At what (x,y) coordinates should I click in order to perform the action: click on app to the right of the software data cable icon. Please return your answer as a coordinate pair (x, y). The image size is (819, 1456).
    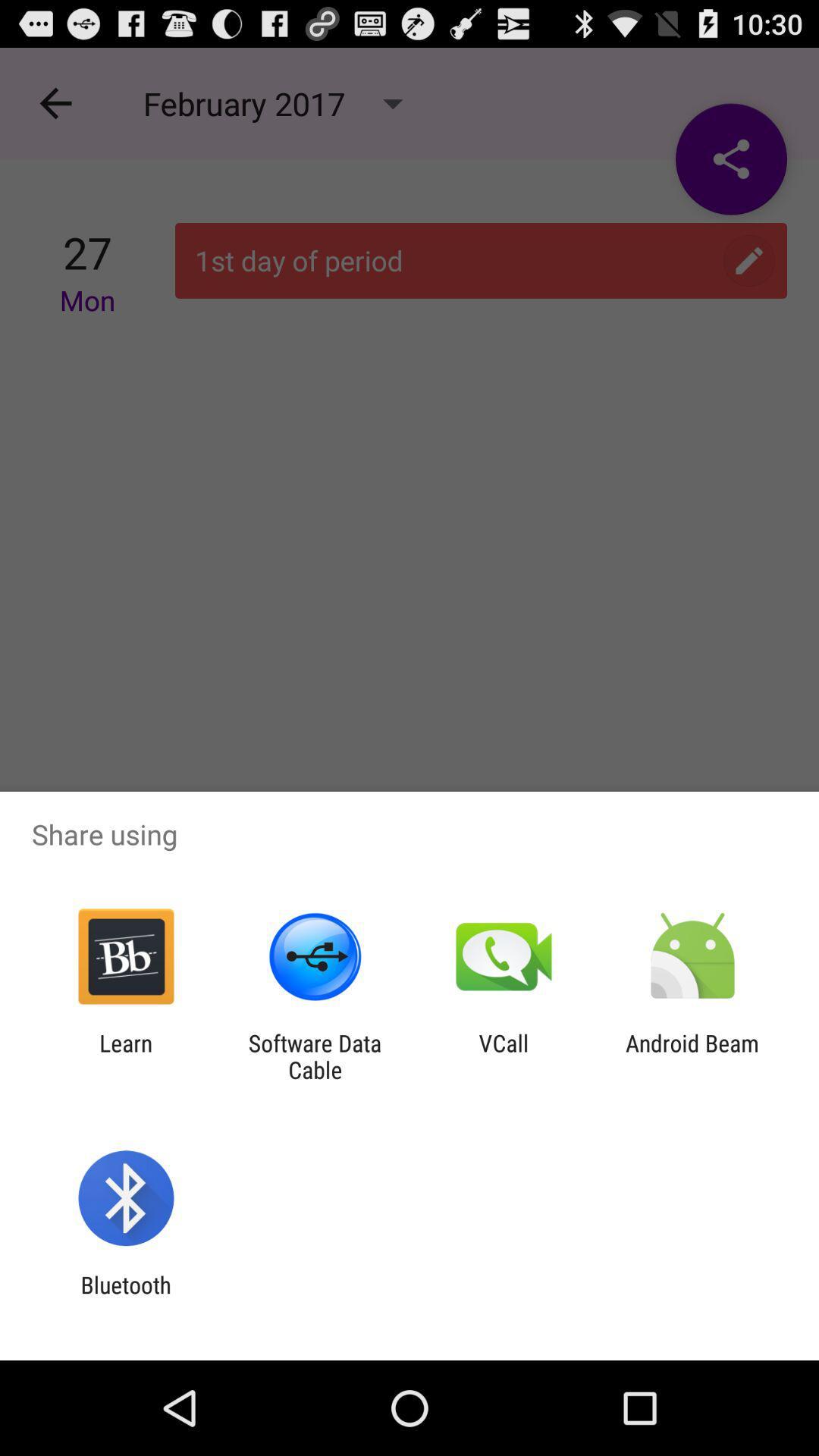
    Looking at the image, I should click on (504, 1056).